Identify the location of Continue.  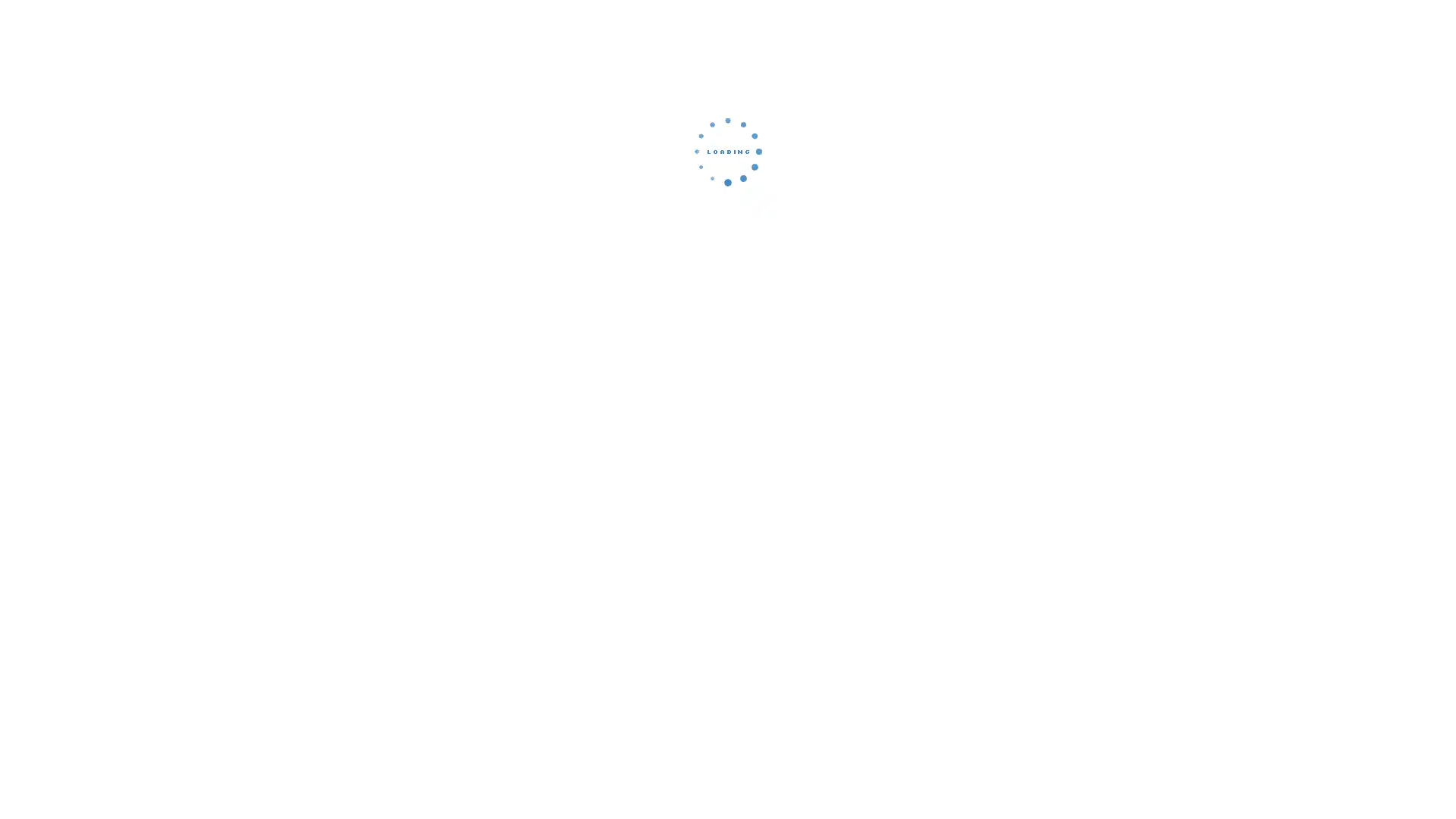
(728, 254).